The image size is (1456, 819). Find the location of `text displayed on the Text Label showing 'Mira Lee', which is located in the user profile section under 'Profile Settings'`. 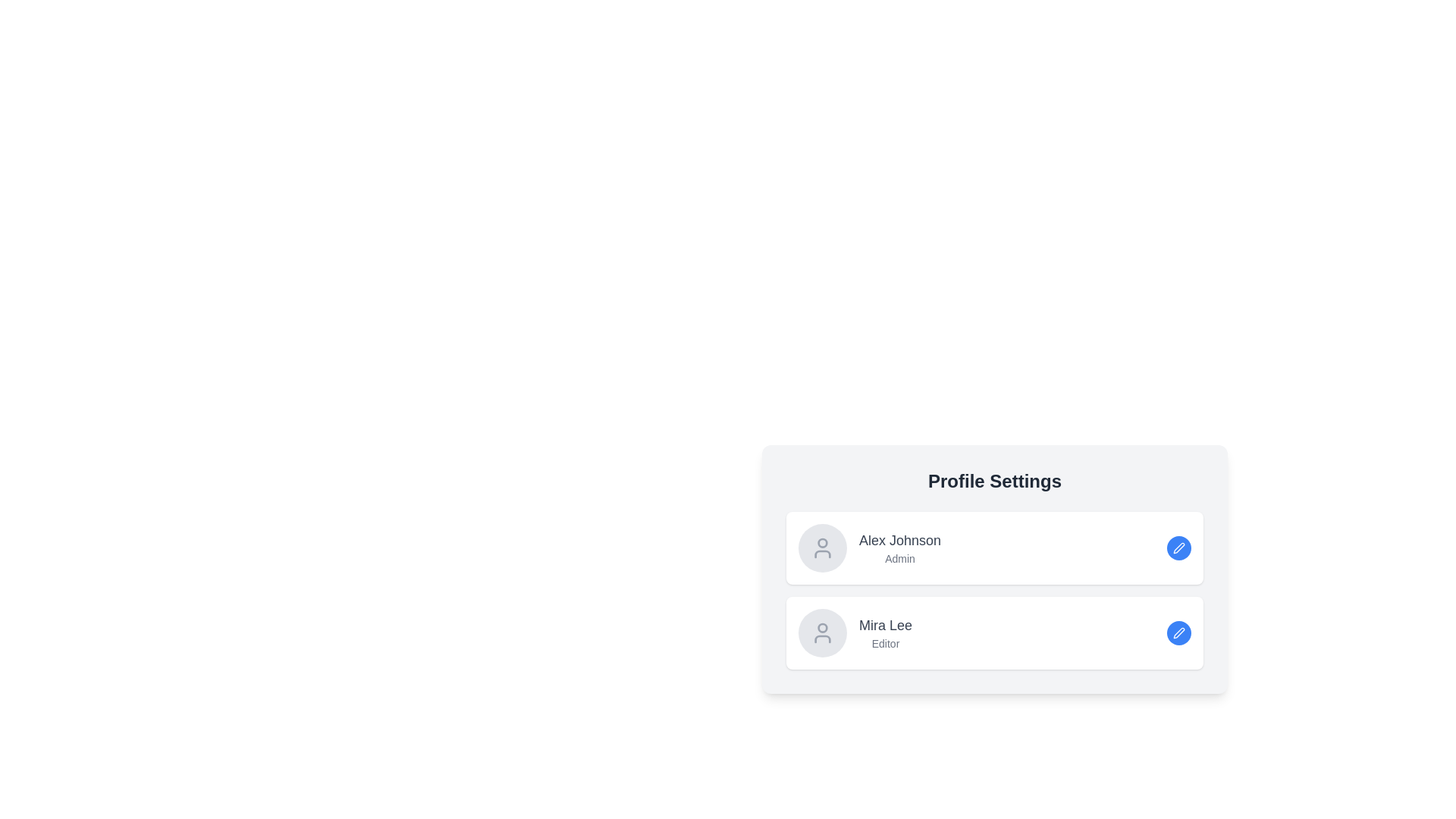

text displayed on the Text Label showing 'Mira Lee', which is located in the user profile section under 'Profile Settings' is located at coordinates (885, 626).